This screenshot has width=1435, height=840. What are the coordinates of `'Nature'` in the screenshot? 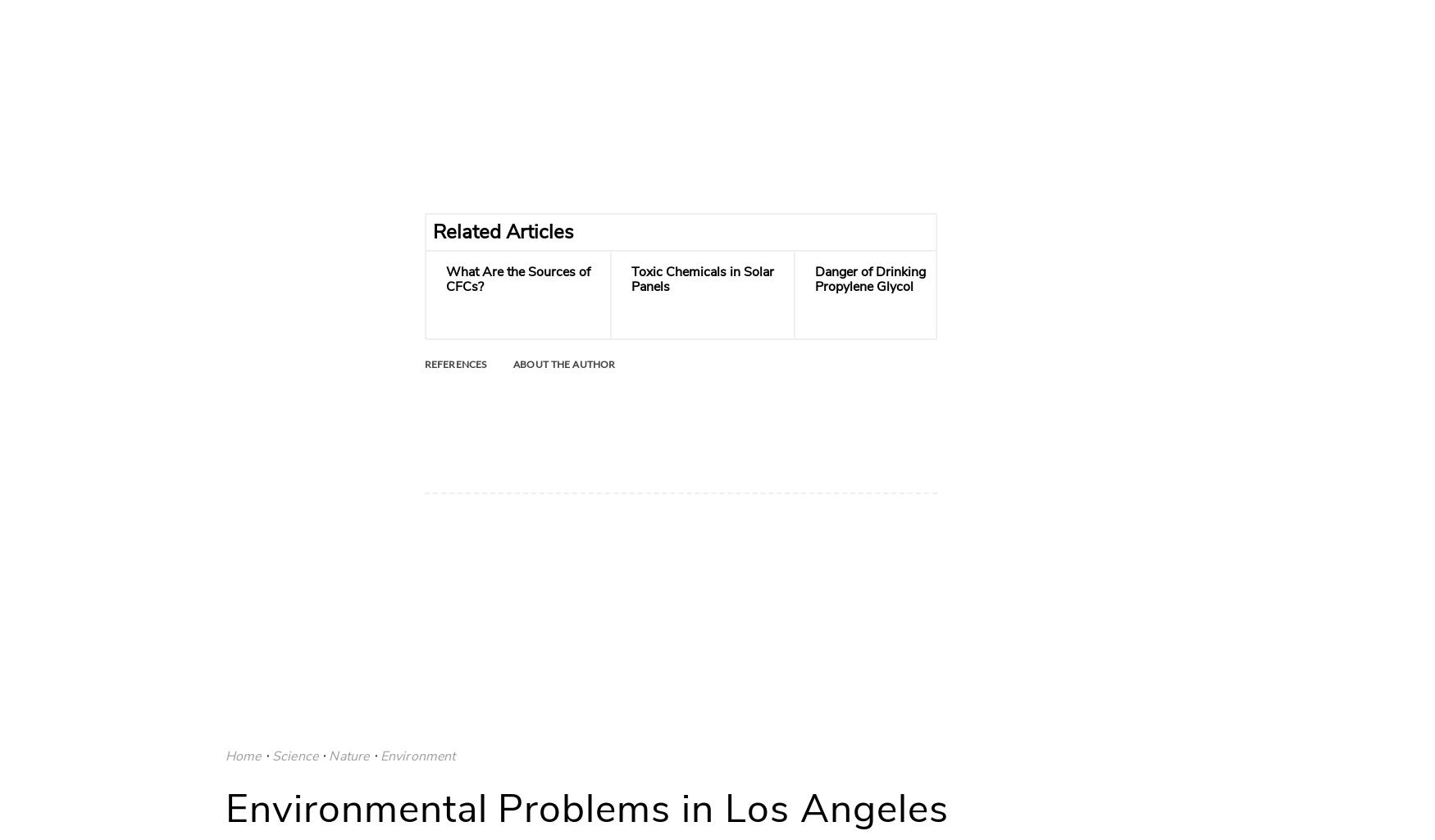 It's located at (348, 754).